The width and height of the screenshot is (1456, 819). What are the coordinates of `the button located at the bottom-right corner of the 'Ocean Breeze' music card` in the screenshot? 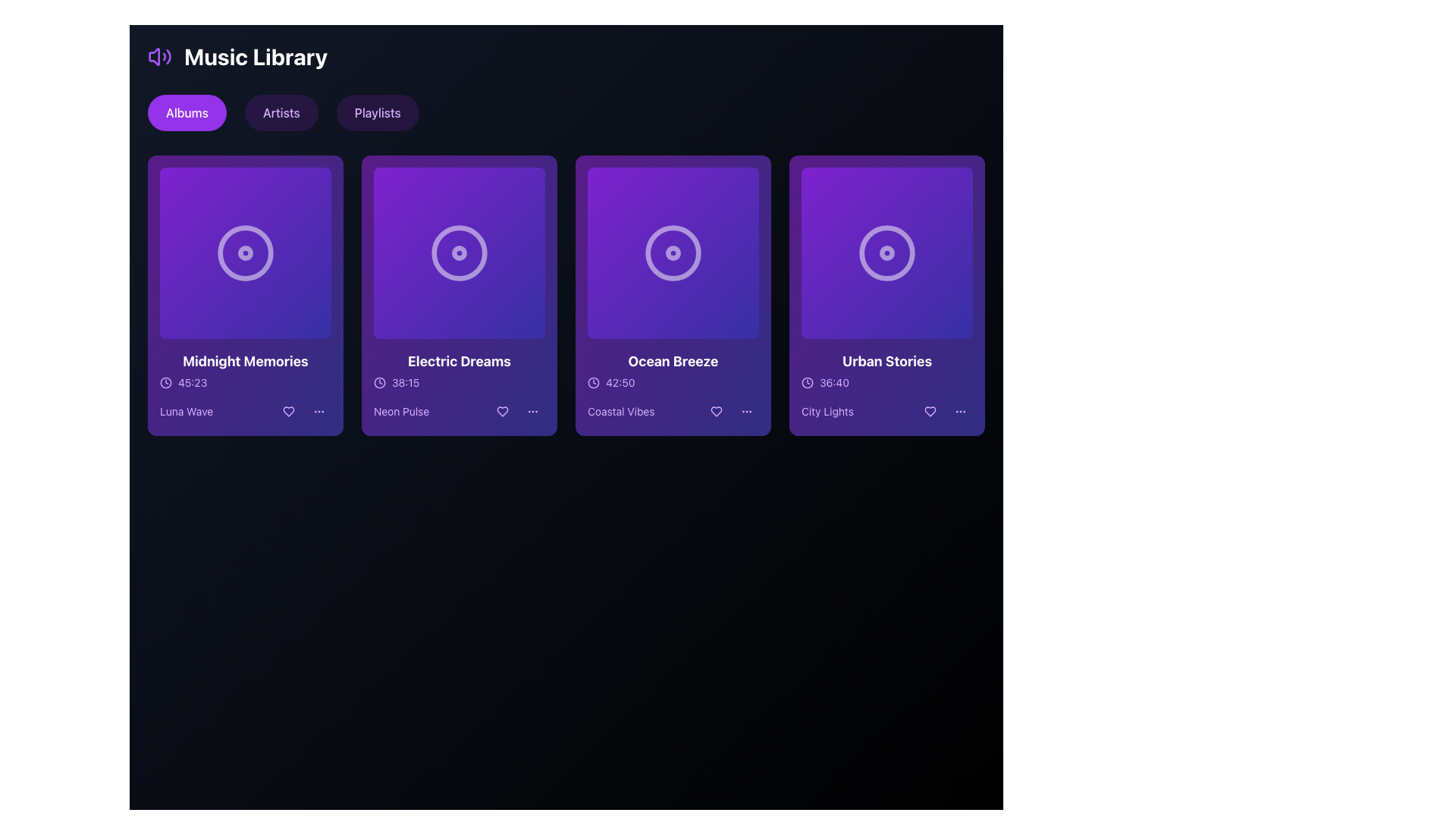 It's located at (746, 412).